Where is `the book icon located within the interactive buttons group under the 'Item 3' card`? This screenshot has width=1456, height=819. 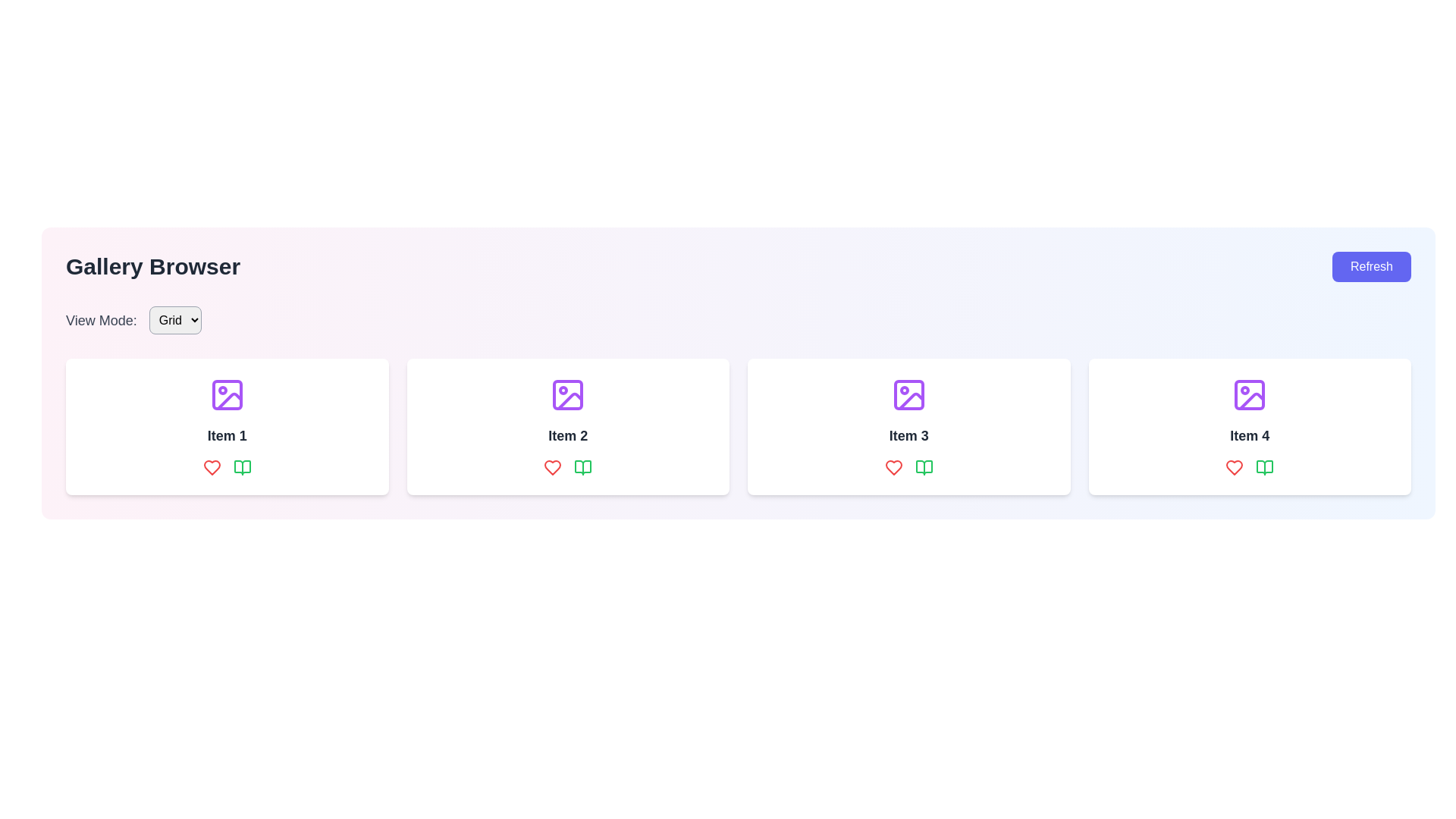
the book icon located within the interactive buttons group under the 'Item 3' card is located at coordinates (908, 467).